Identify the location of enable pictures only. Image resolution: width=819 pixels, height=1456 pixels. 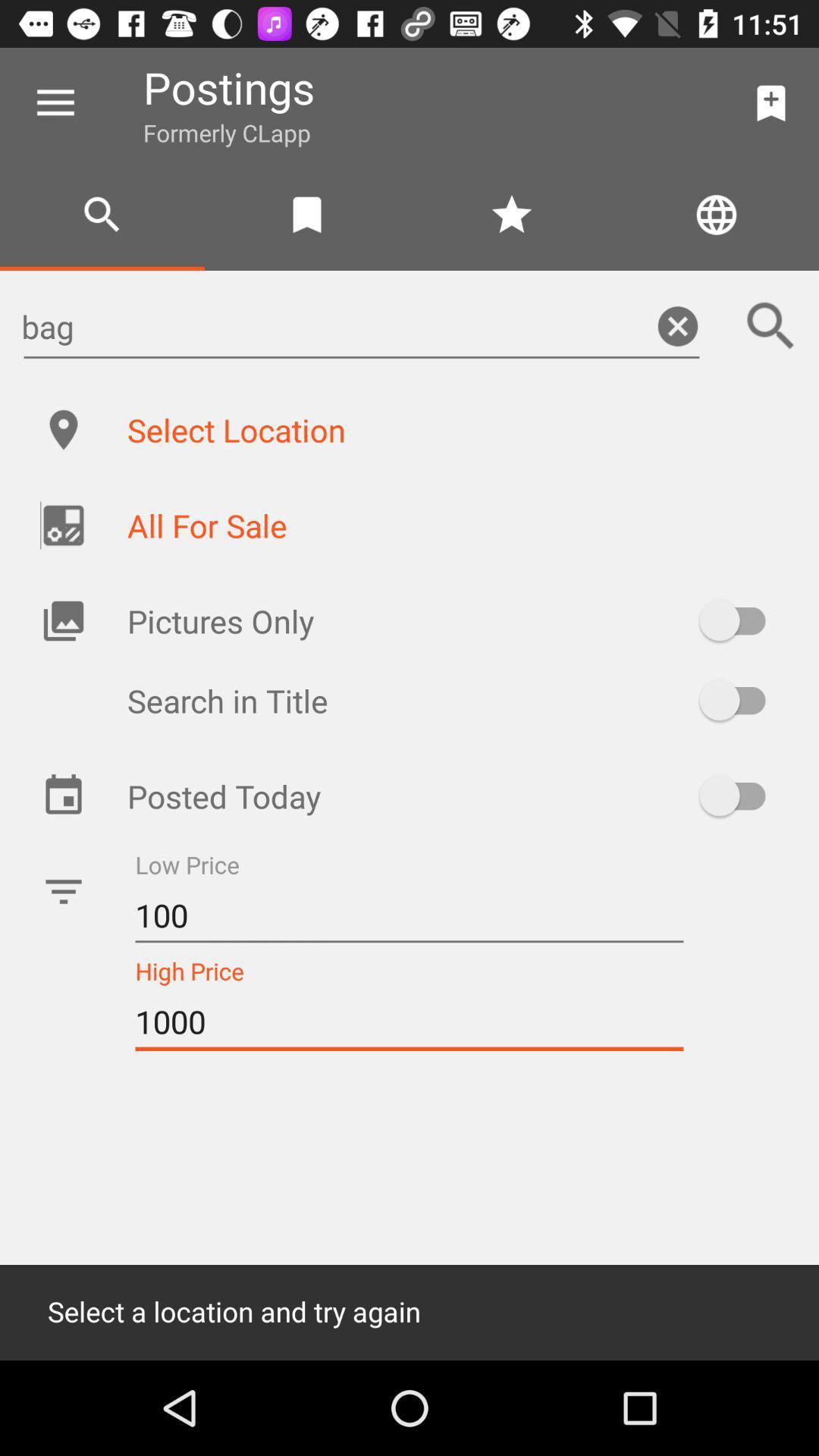
(739, 620).